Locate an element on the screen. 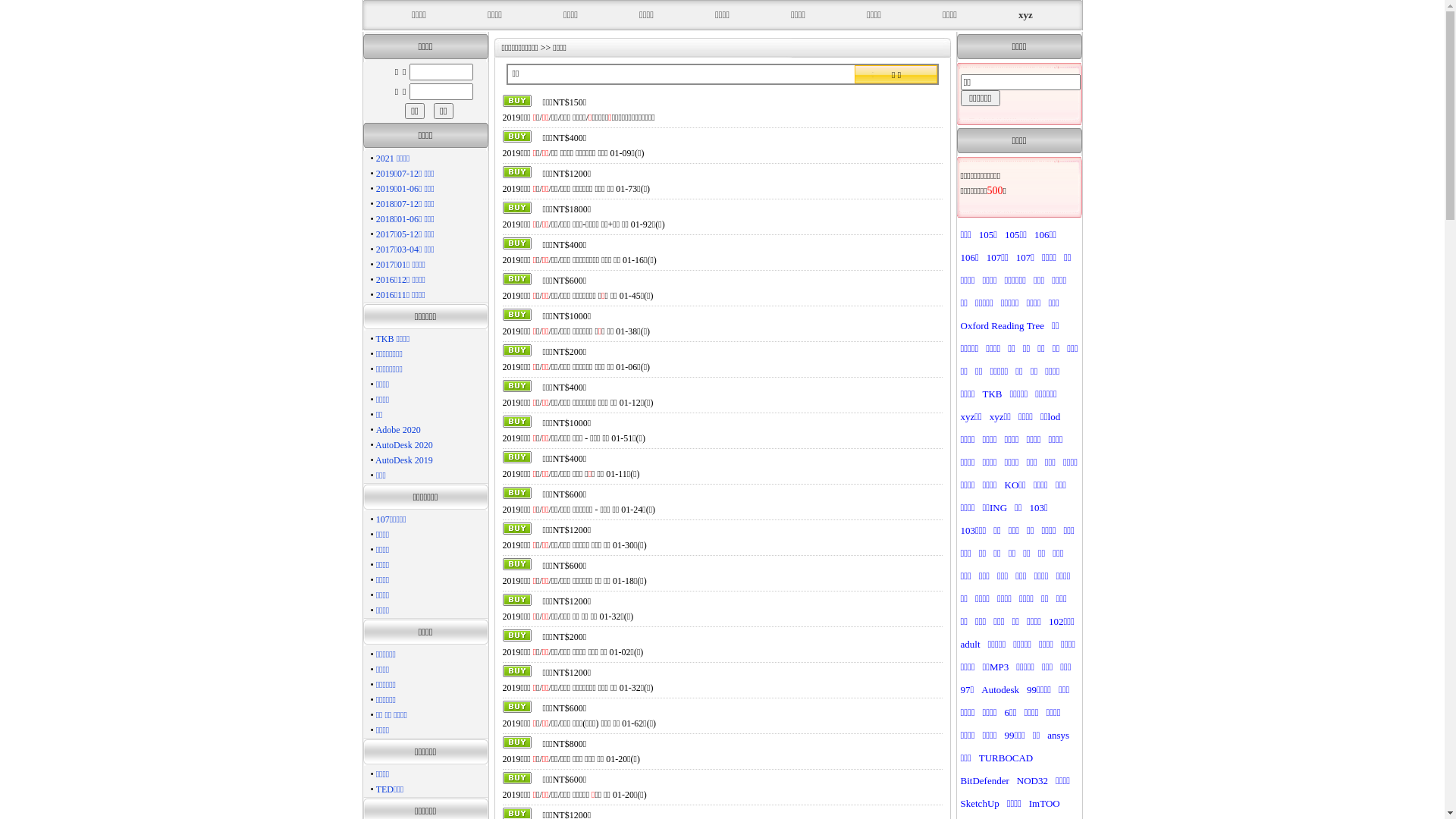 This screenshot has height=819, width=1456. 'ansys' is located at coordinates (1057, 734).